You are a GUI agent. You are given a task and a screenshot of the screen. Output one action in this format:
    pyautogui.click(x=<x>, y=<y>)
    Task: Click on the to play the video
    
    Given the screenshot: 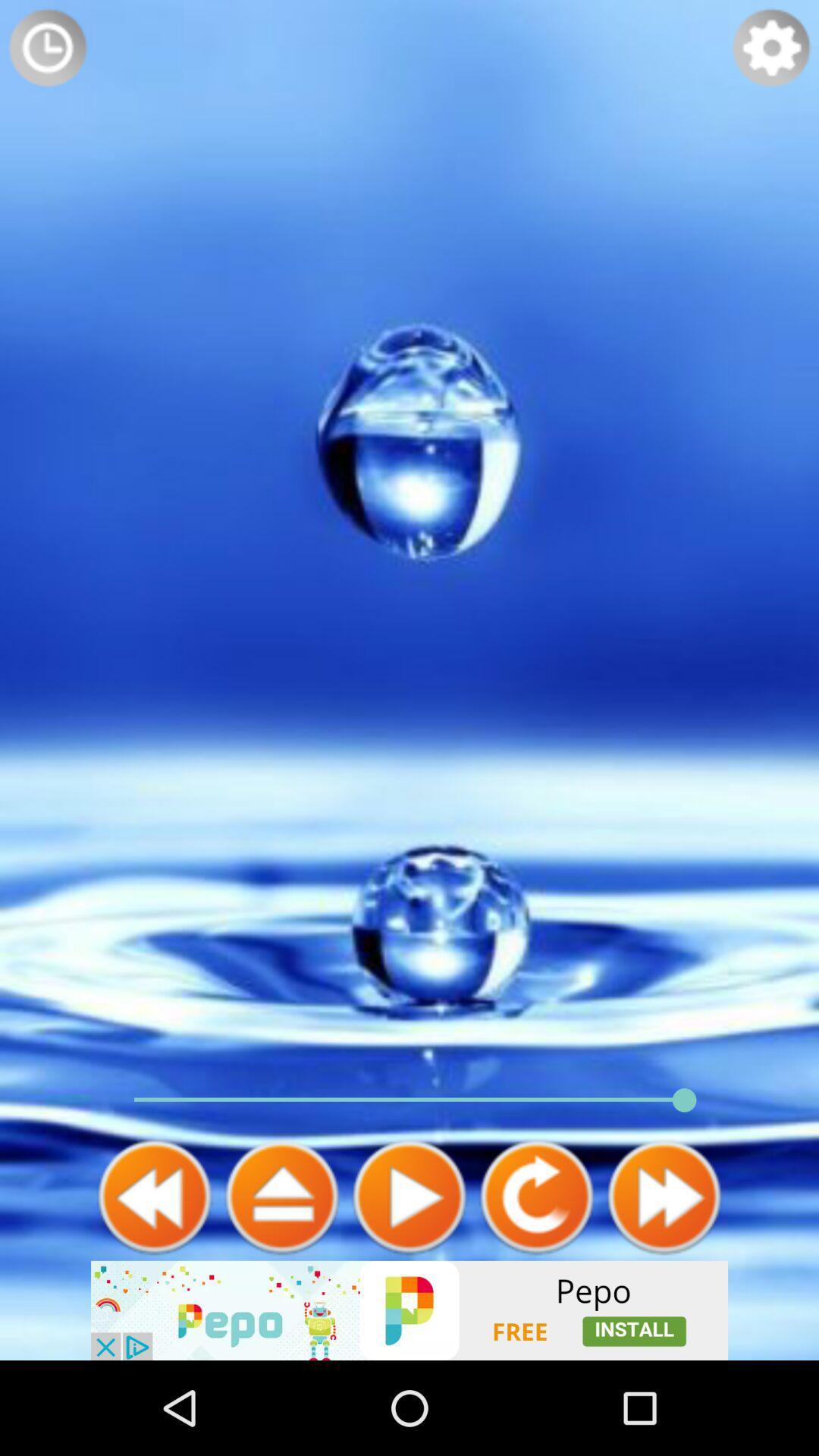 What is the action you would take?
    pyautogui.click(x=409, y=1196)
    